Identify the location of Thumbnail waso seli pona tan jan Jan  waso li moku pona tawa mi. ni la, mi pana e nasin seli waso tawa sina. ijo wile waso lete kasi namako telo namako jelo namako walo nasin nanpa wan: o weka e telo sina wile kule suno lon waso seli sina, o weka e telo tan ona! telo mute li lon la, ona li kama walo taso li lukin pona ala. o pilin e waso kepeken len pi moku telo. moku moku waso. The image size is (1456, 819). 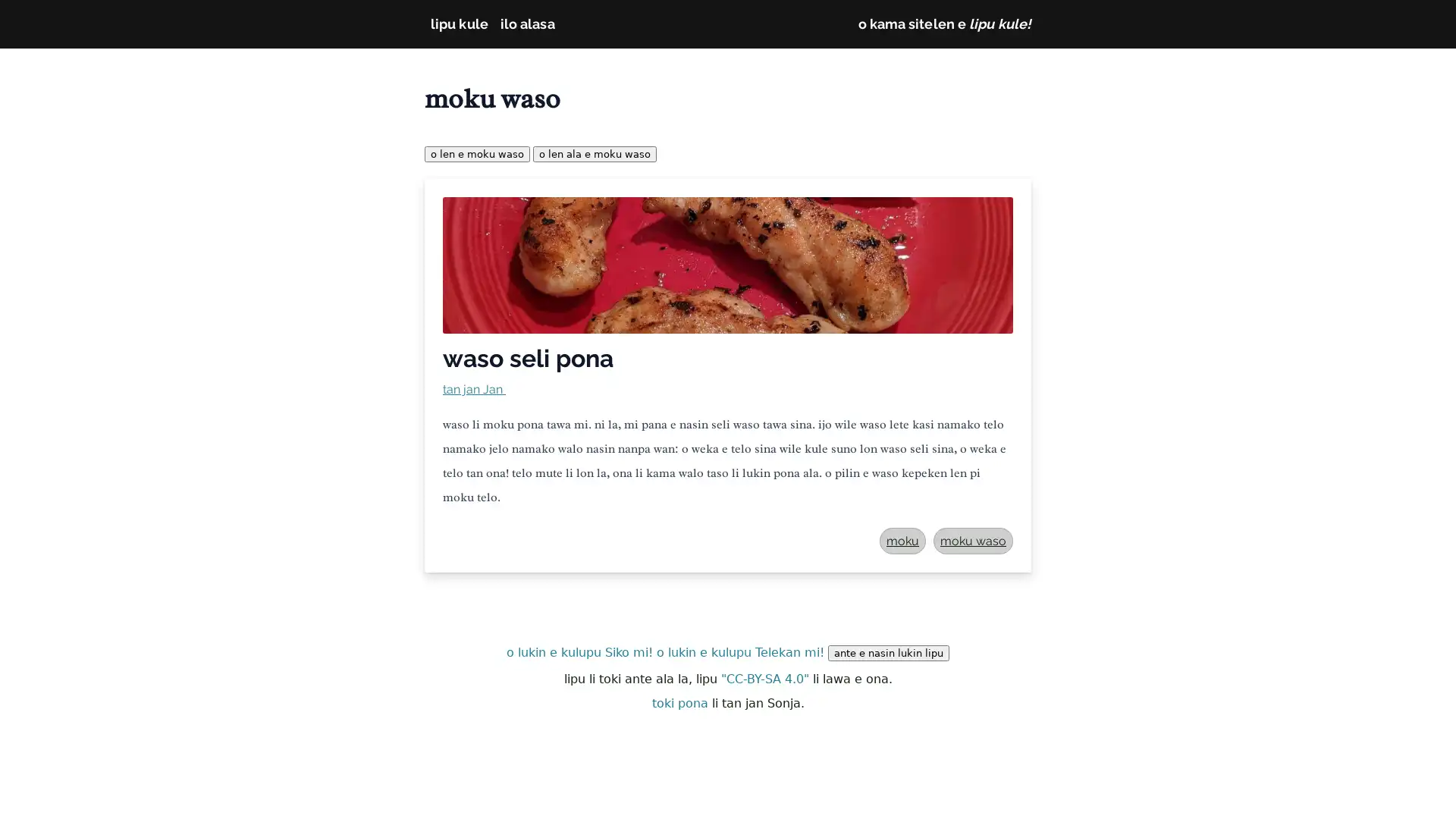
(728, 375).